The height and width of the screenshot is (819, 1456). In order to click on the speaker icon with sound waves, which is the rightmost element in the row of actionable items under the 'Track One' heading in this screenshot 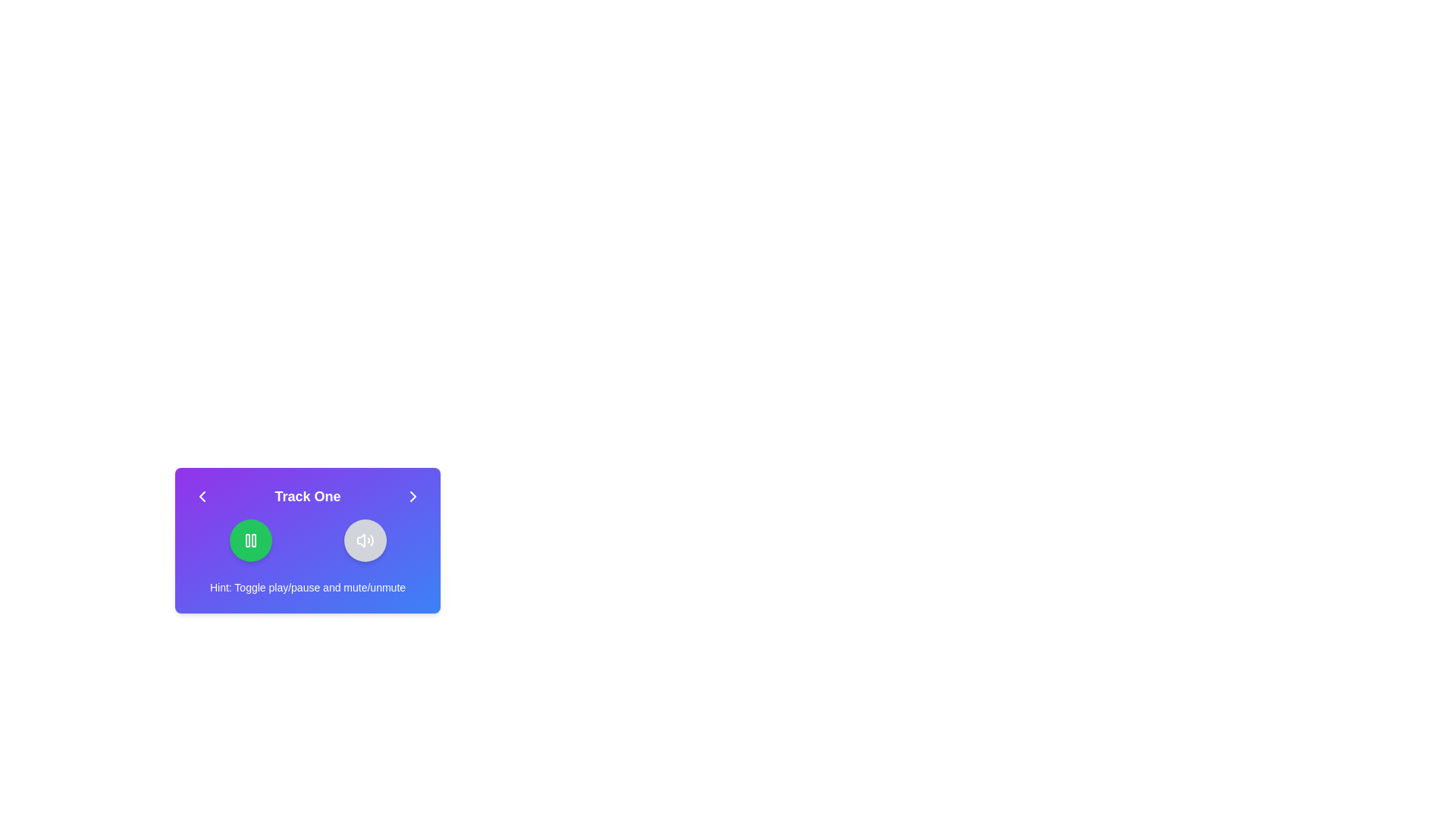, I will do `click(365, 540)`.